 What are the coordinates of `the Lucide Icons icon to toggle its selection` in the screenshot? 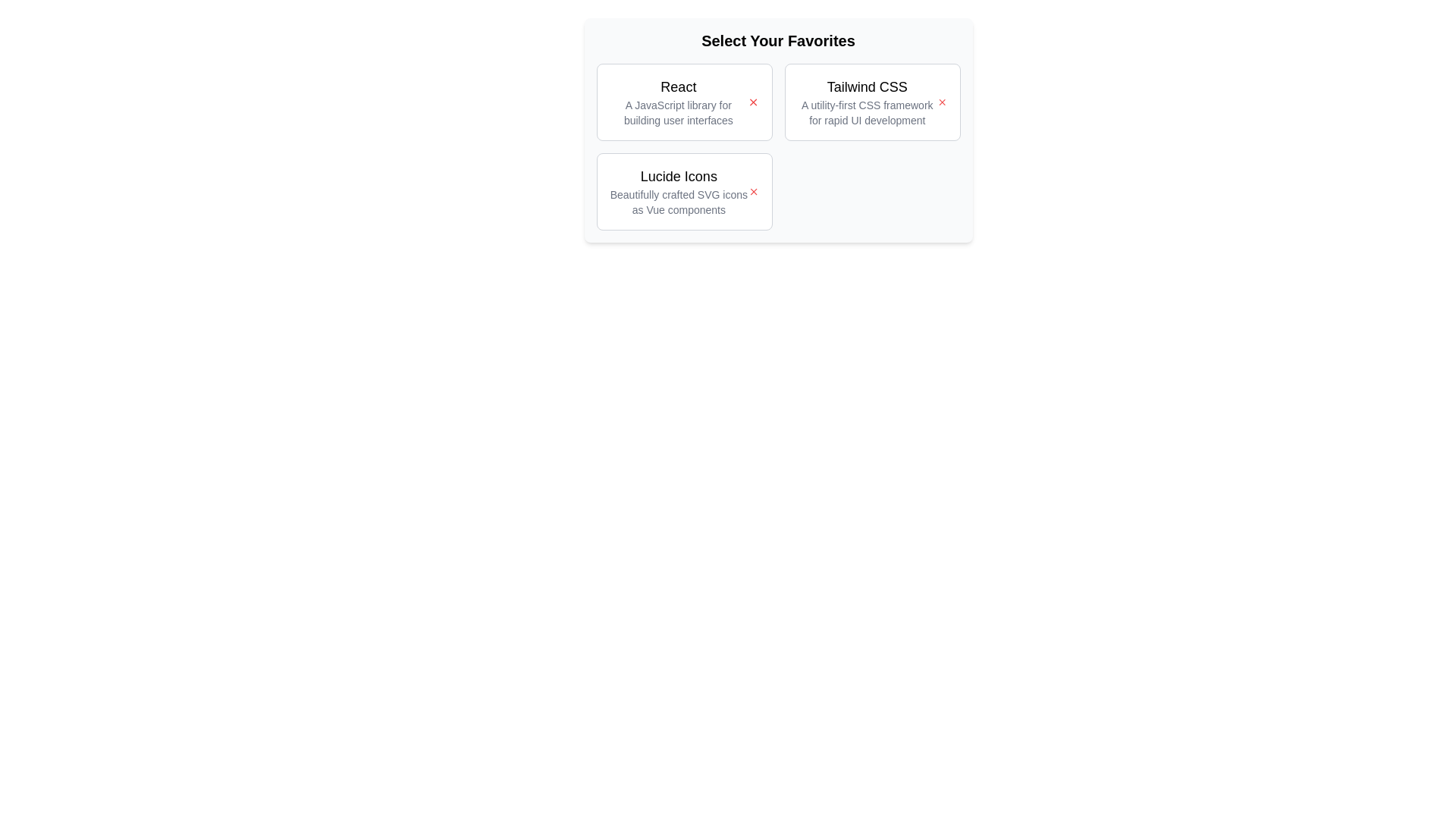 It's located at (754, 191).